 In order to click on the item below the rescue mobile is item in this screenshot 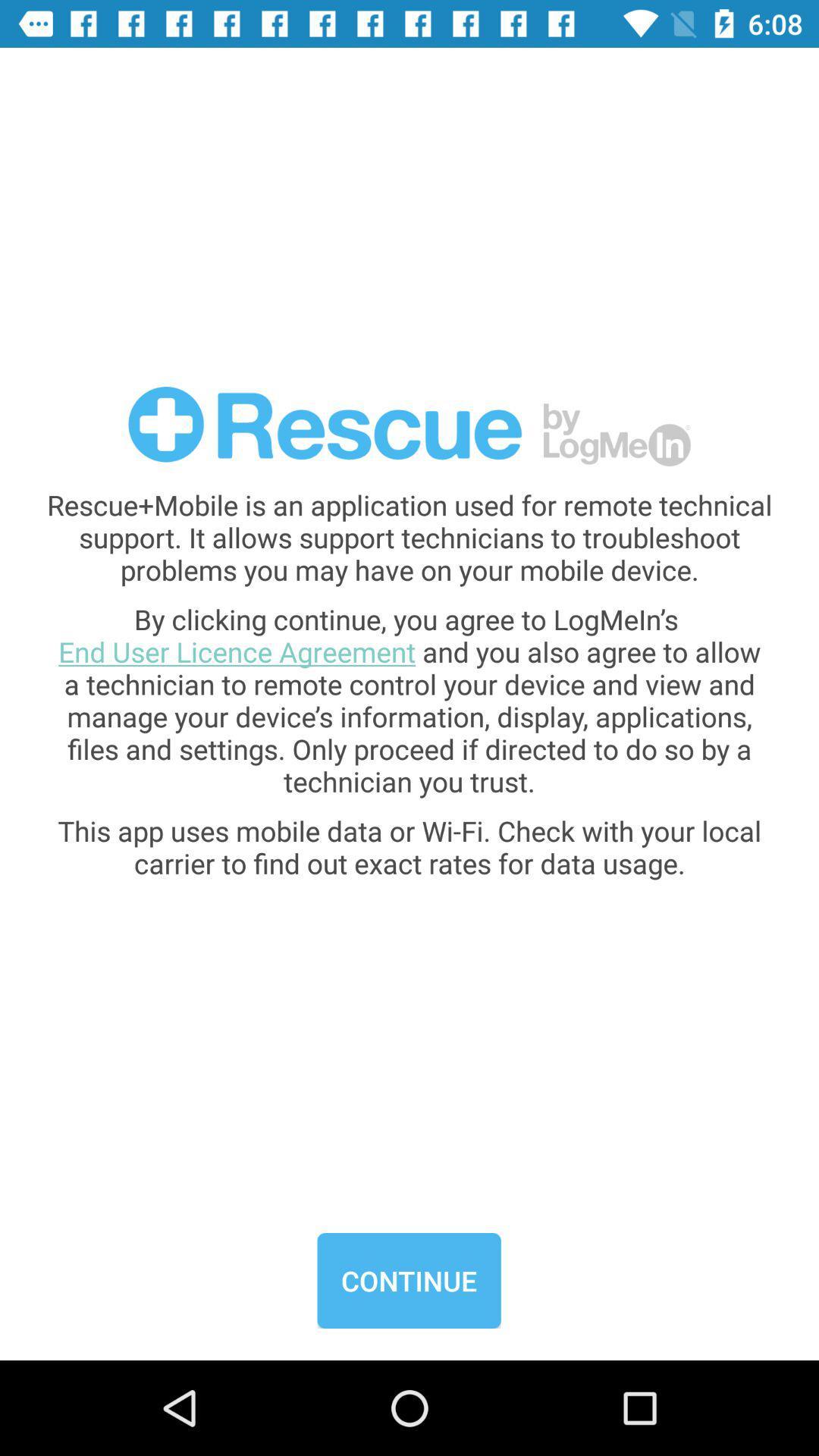, I will do `click(409, 699)`.